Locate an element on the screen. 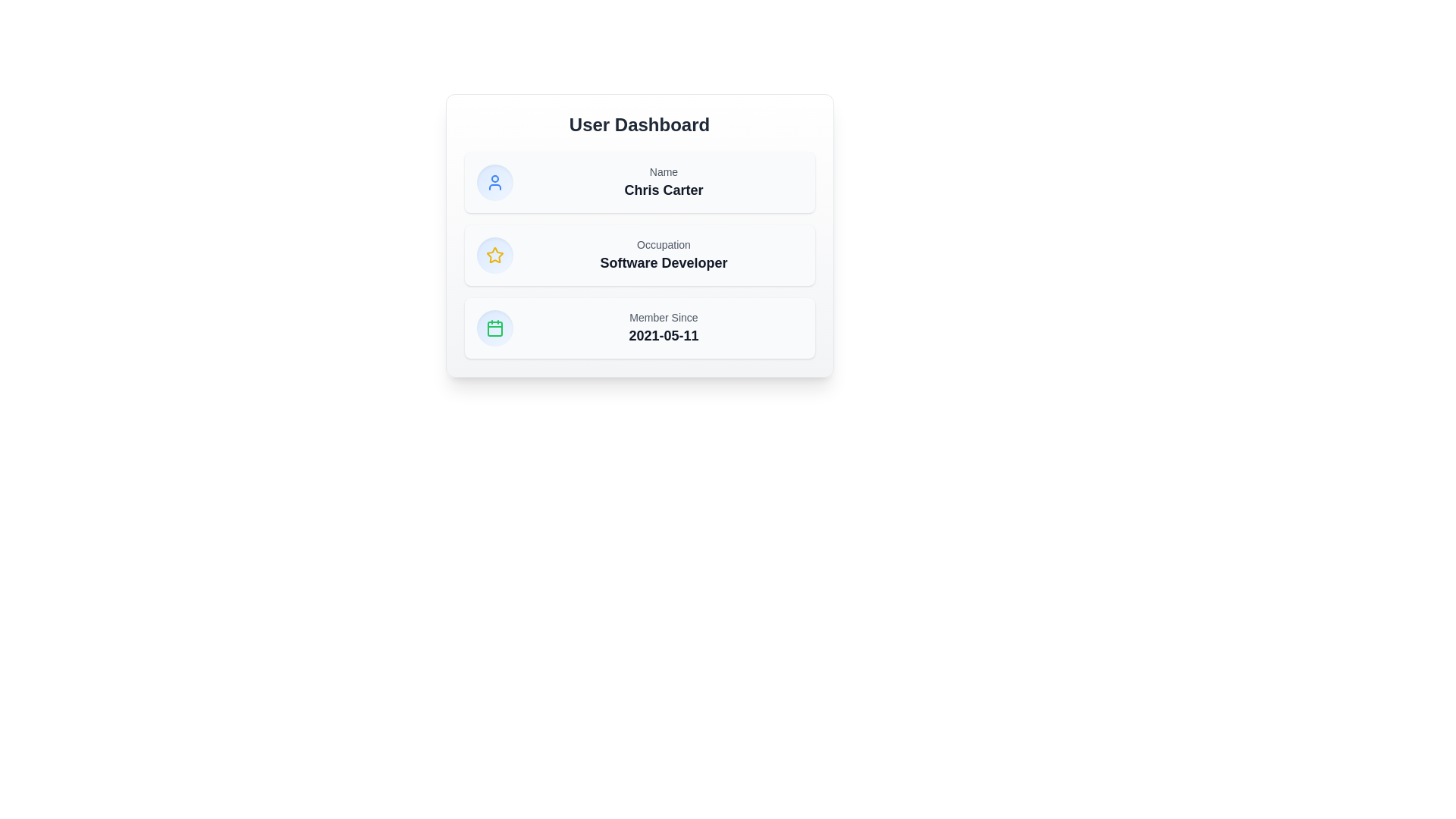  the text block displaying '2021-05-11', which is located beneath the 'Member Since' label in the bottom panel of the card-like section is located at coordinates (664, 335).